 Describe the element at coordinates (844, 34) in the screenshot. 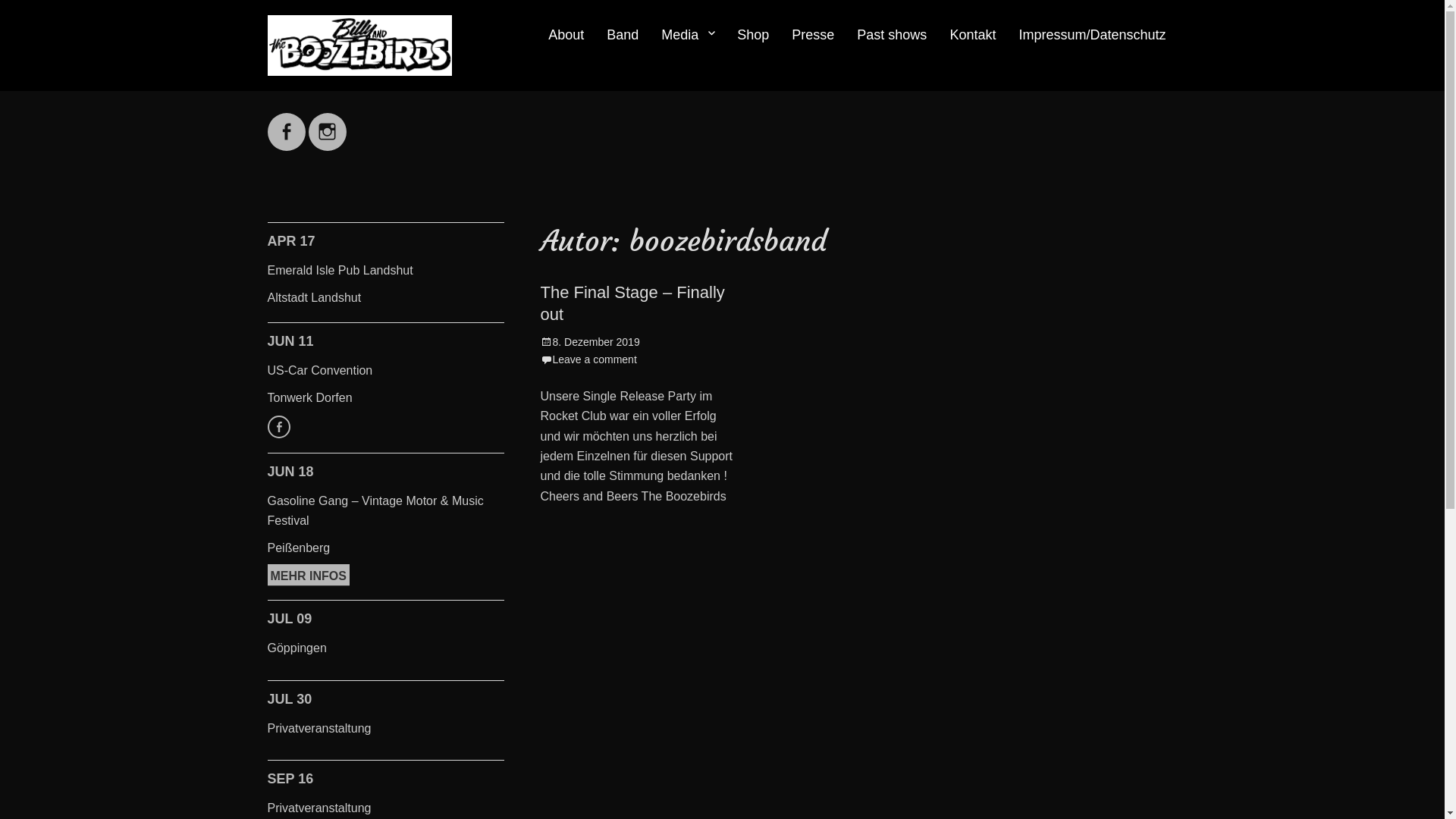

I see `'Past shows'` at that location.